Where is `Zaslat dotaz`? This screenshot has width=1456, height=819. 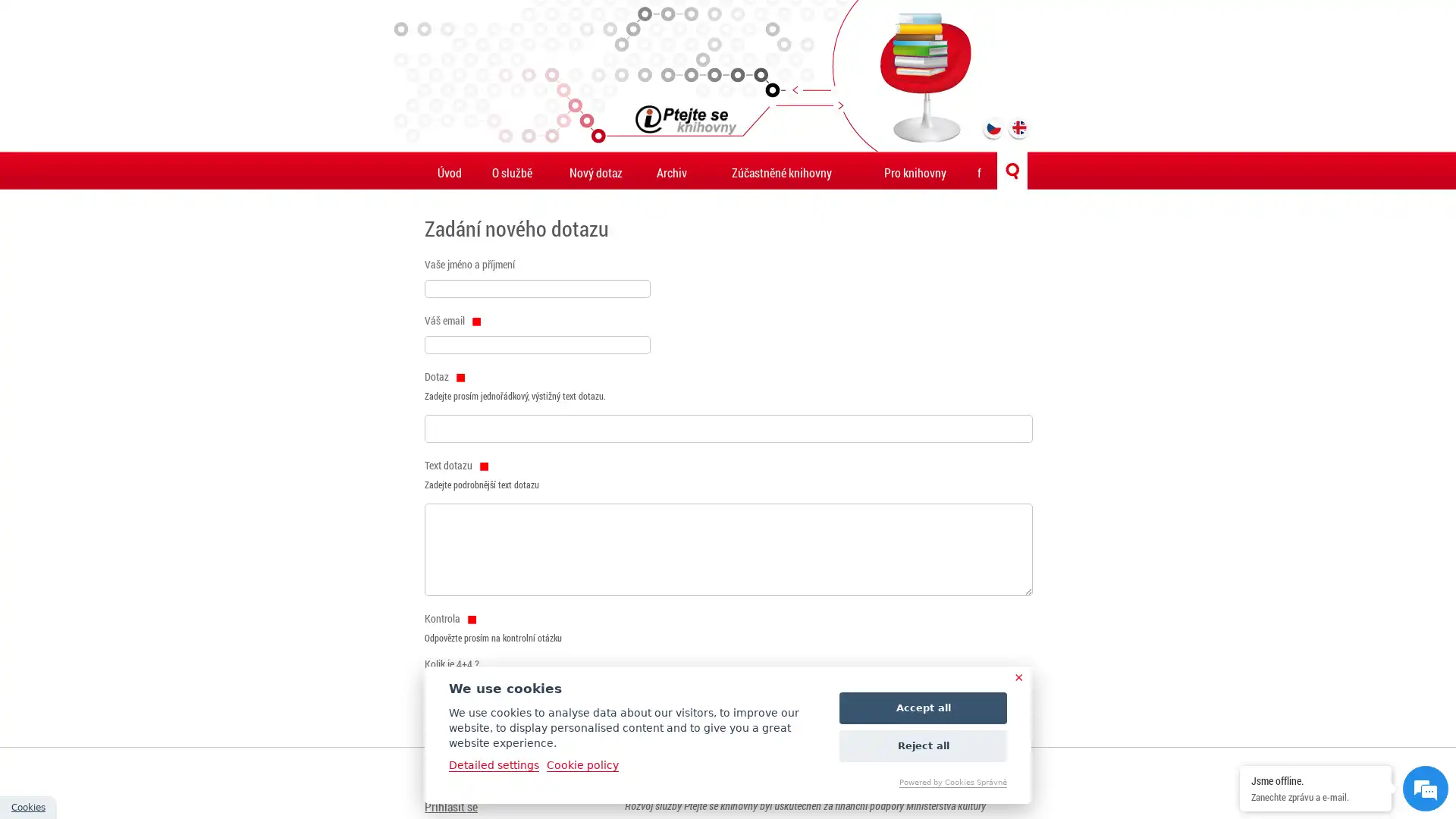
Zaslat dotaz is located at coordinates (459, 714).